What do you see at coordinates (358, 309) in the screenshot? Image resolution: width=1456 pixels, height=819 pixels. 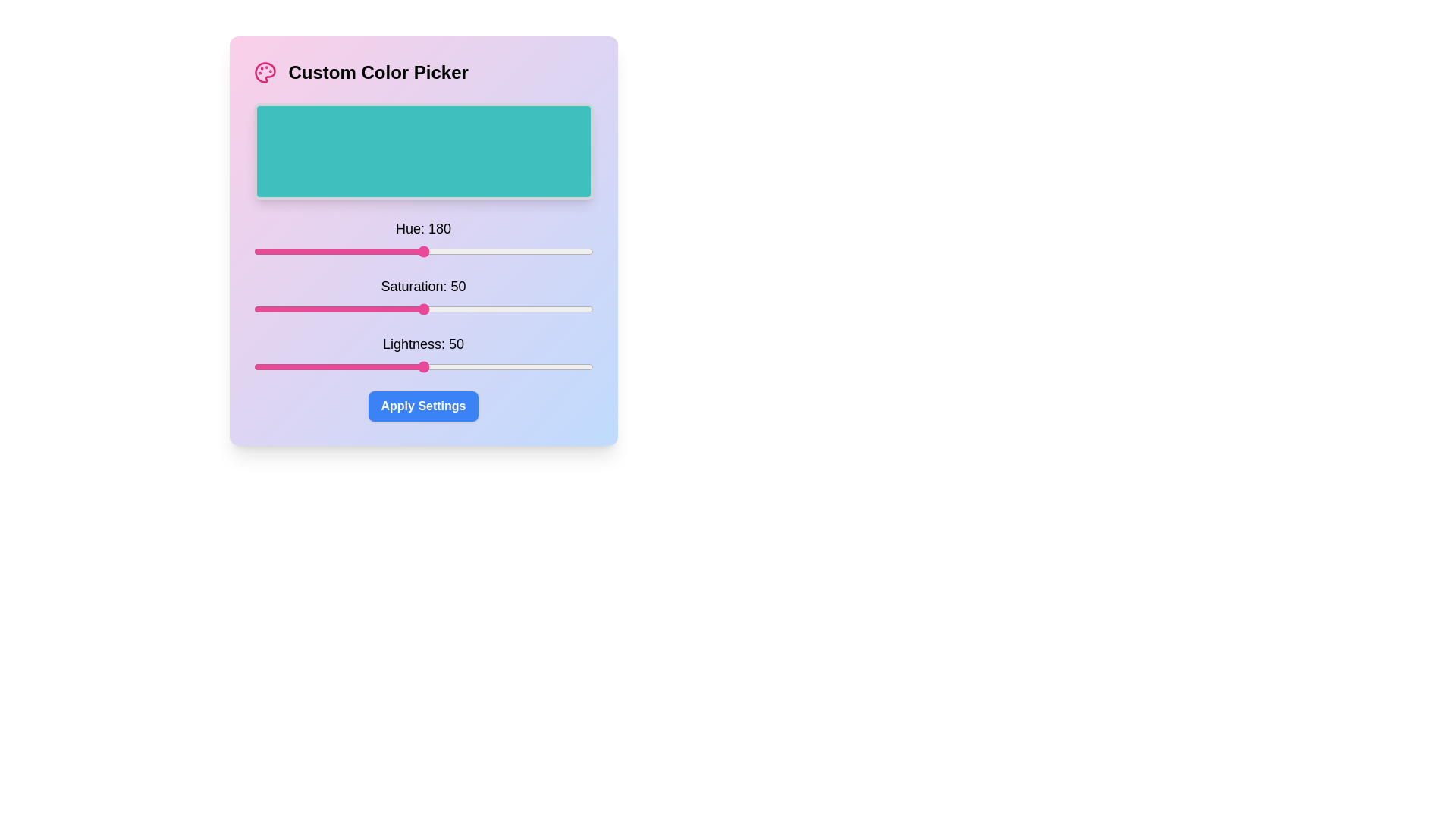 I see `the saturation slider to set the saturation level to 31` at bounding box center [358, 309].